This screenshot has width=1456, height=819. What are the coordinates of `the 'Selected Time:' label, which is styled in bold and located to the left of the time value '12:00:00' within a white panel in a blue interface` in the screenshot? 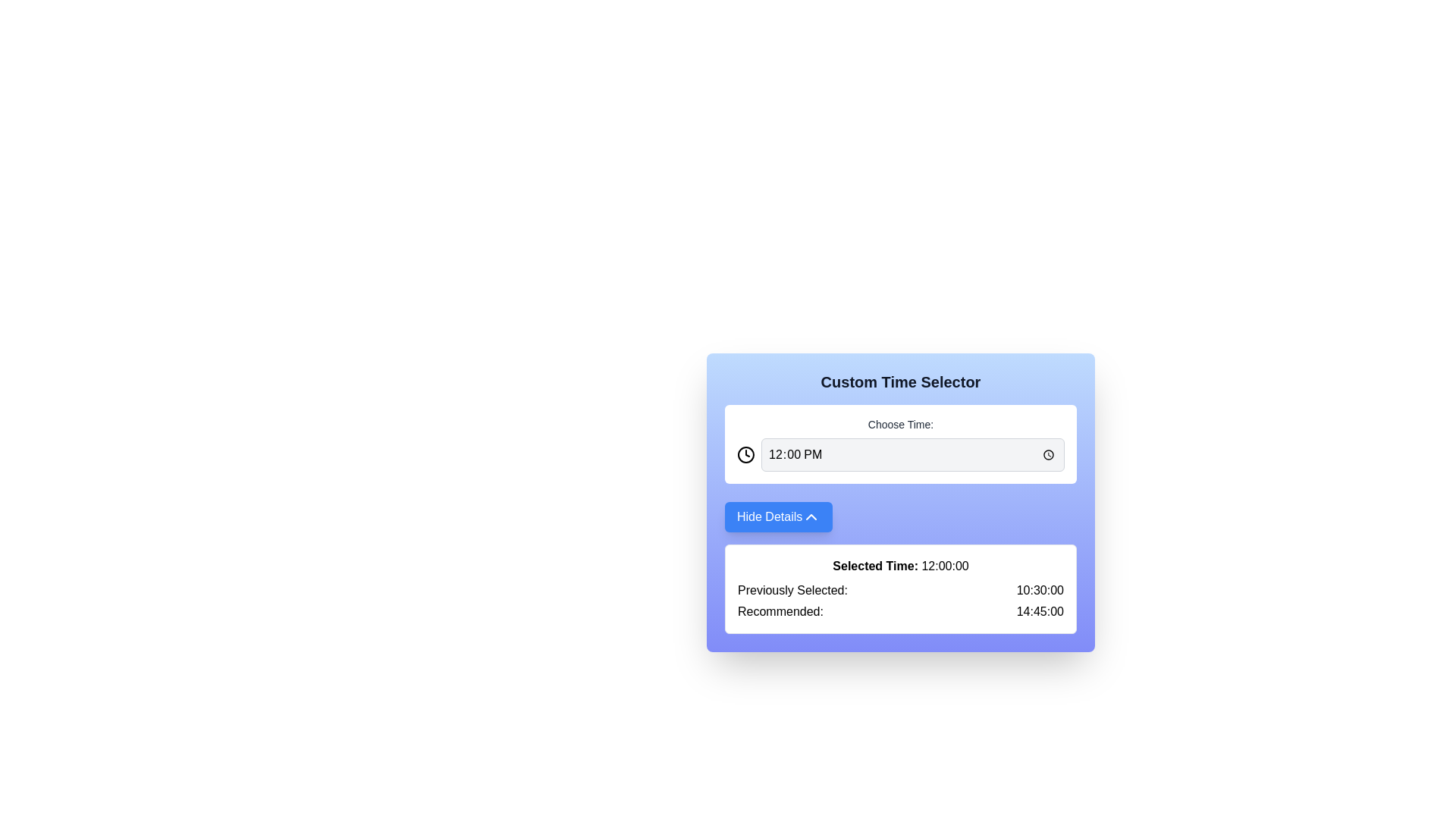 It's located at (875, 566).